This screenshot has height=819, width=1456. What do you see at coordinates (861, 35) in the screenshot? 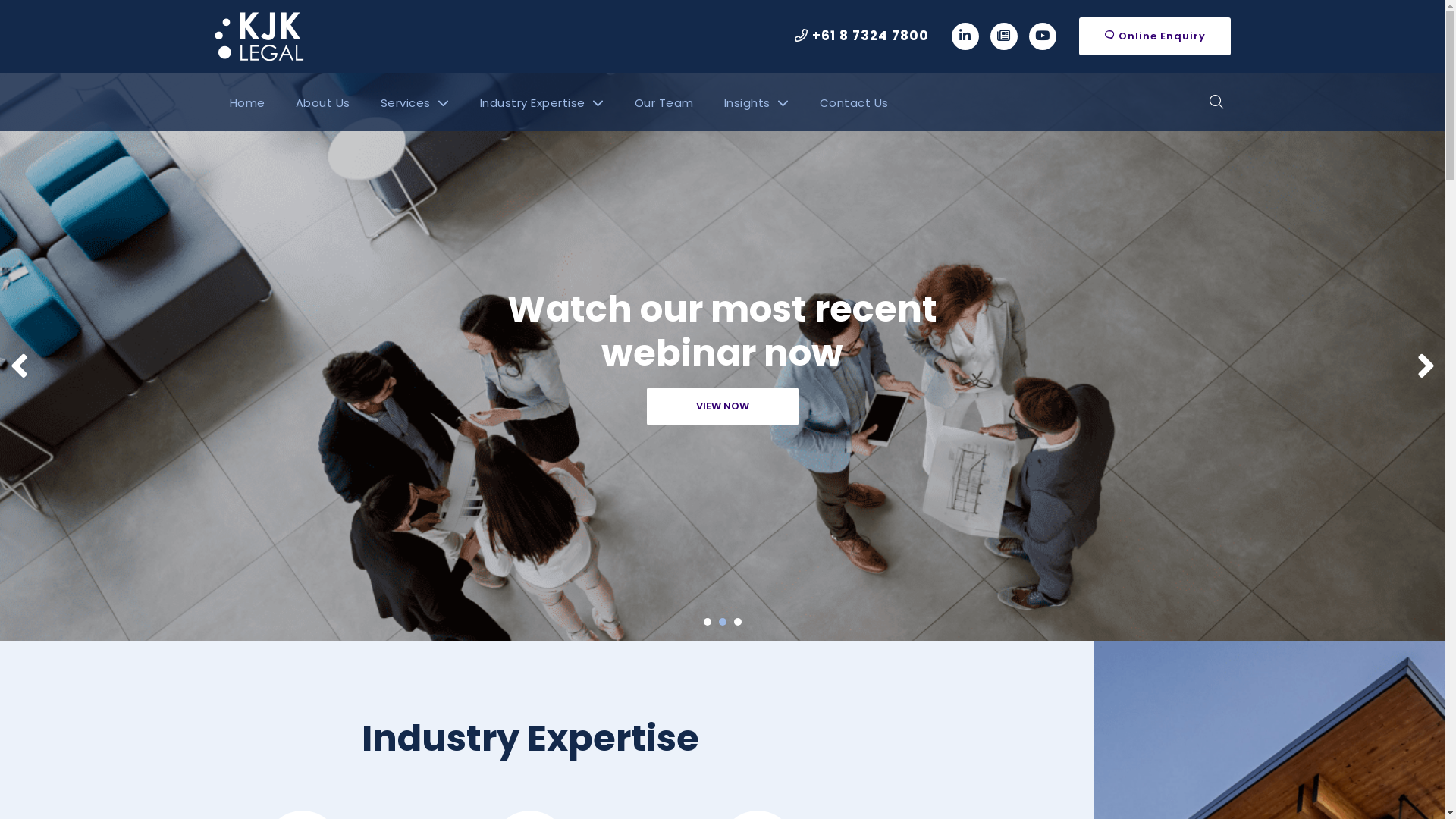
I see `'+61 8 7324 7800'` at bounding box center [861, 35].